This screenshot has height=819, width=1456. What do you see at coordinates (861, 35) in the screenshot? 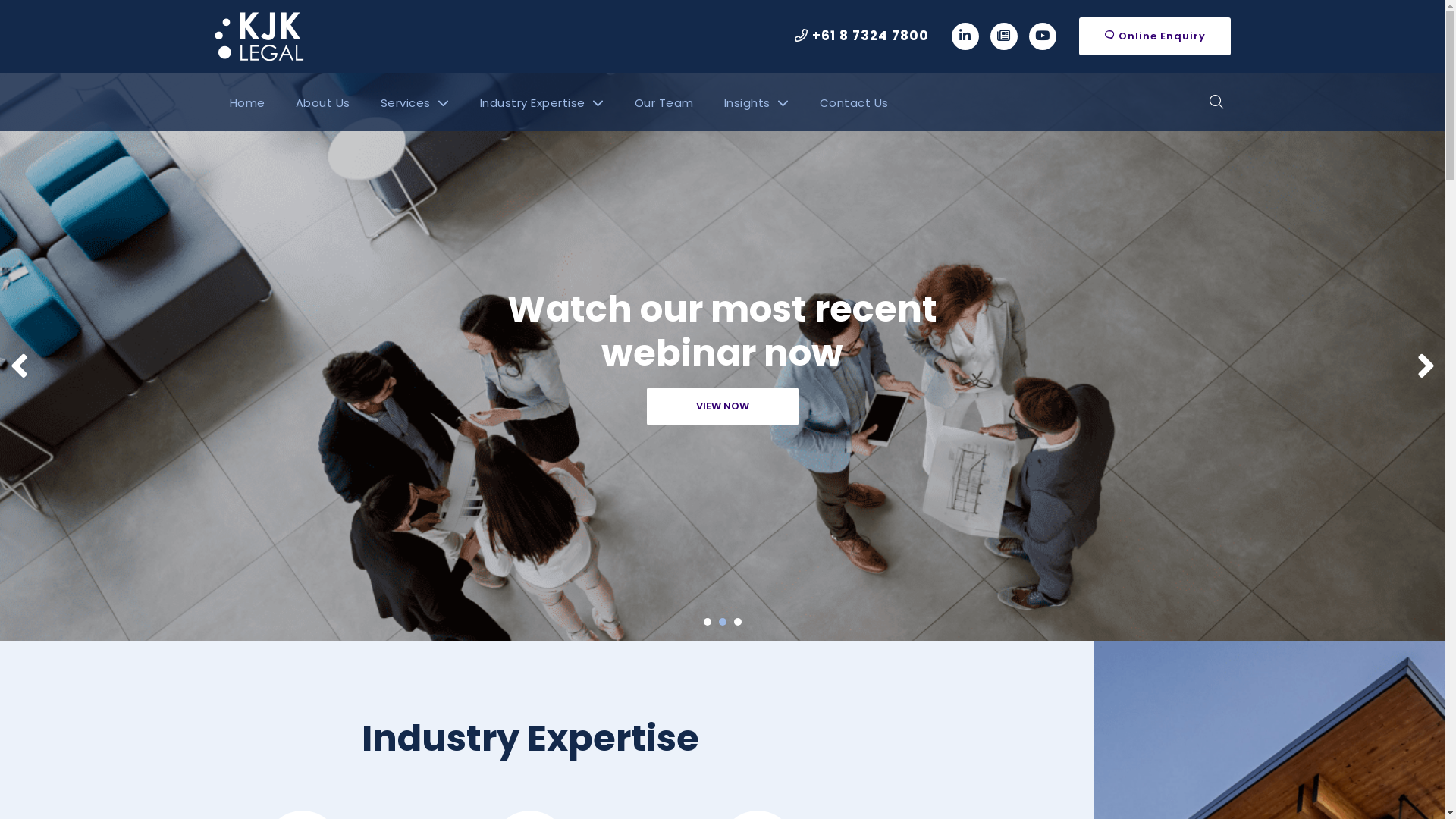
I see `'+61 8 7324 7800'` at bounding box center [861, 35].